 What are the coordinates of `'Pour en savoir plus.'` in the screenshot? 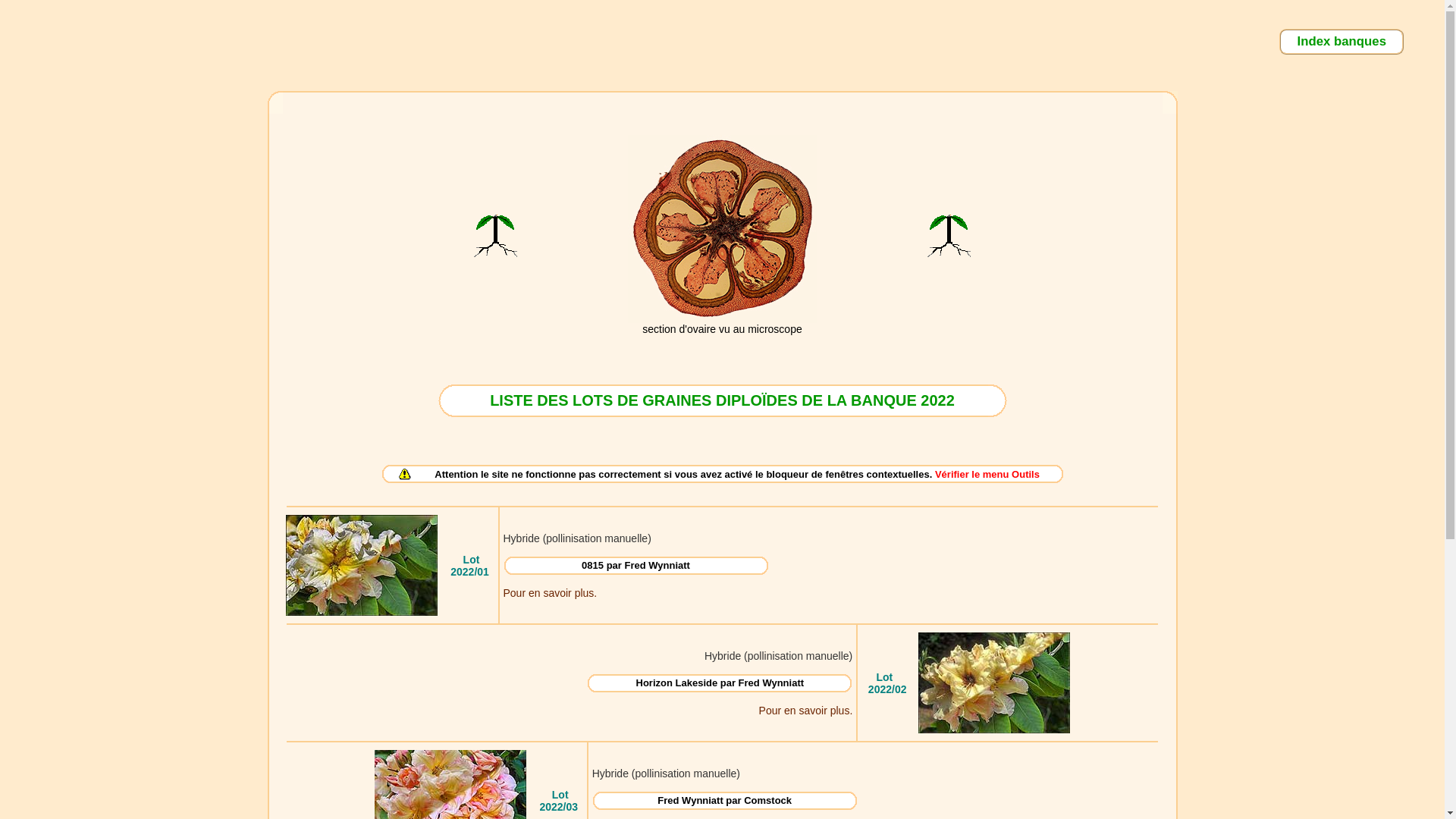 It's located at (805, 710).